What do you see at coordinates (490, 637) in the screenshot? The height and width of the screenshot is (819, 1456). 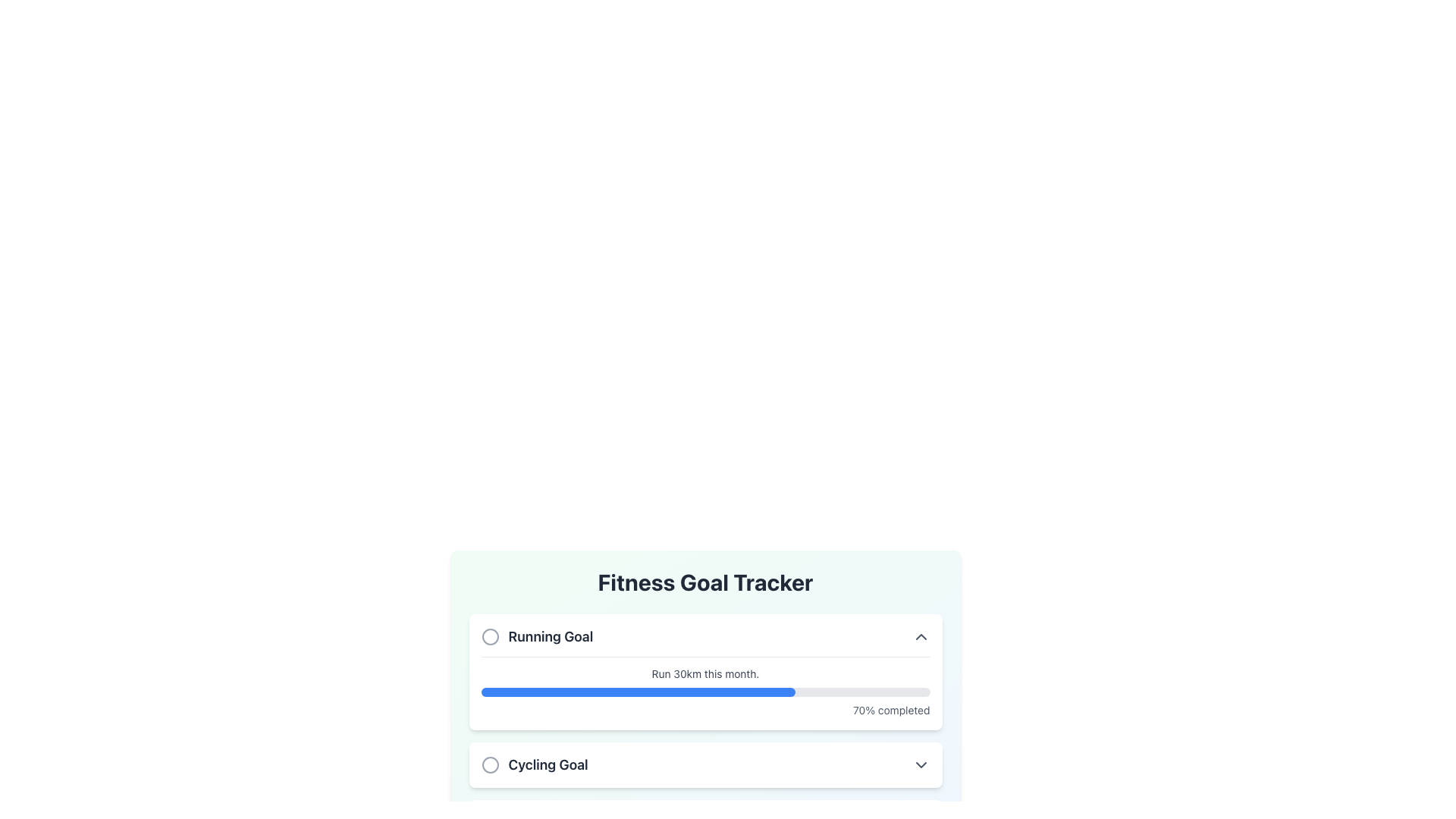 I see `the decorative icon located at the top-left corner of the 'Running Goal' card that visually represents the goal's category` at bounding box center [490, 637].